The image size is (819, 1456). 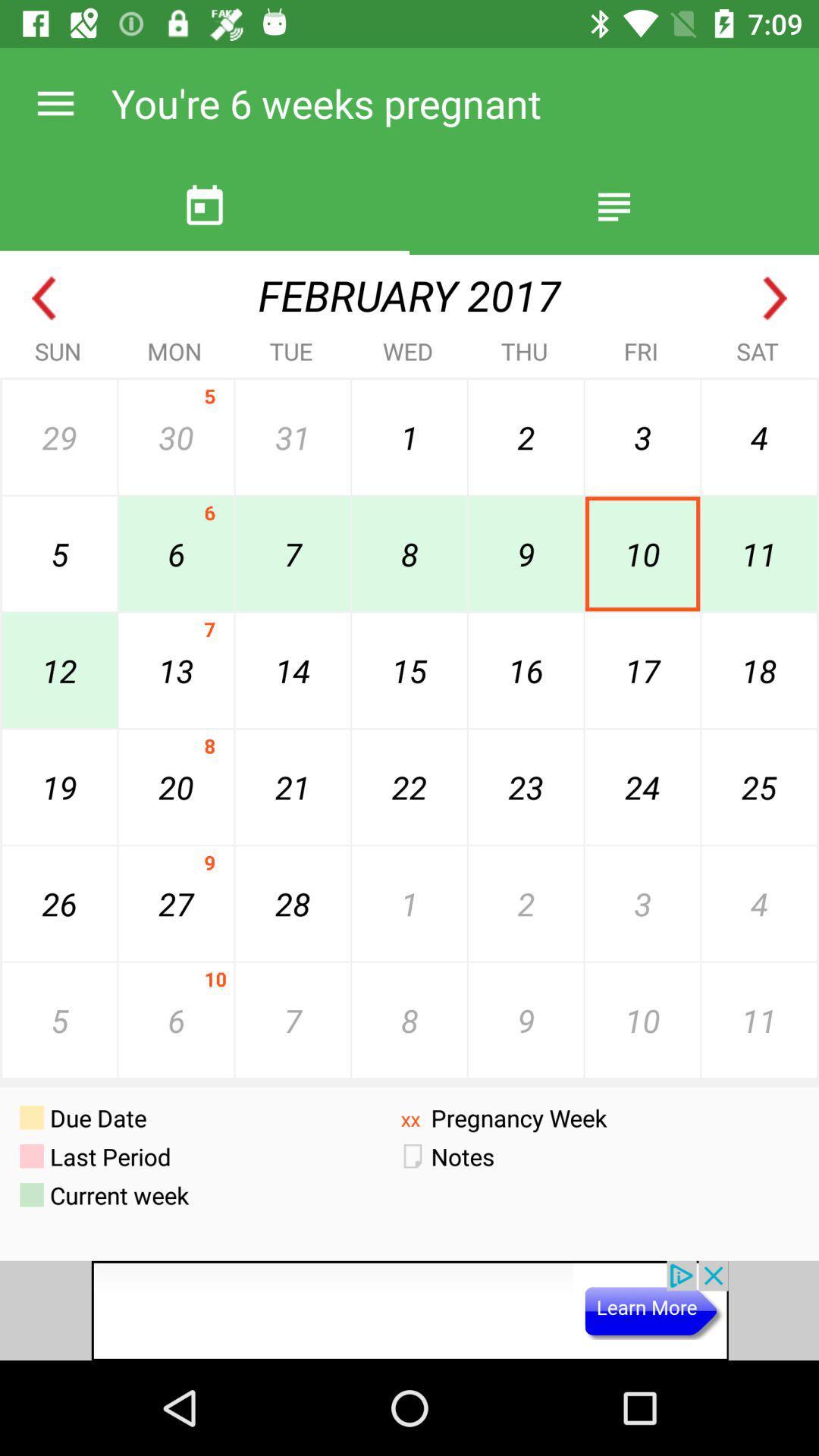 I want to click on screen page, so click(x=409, y=1310).